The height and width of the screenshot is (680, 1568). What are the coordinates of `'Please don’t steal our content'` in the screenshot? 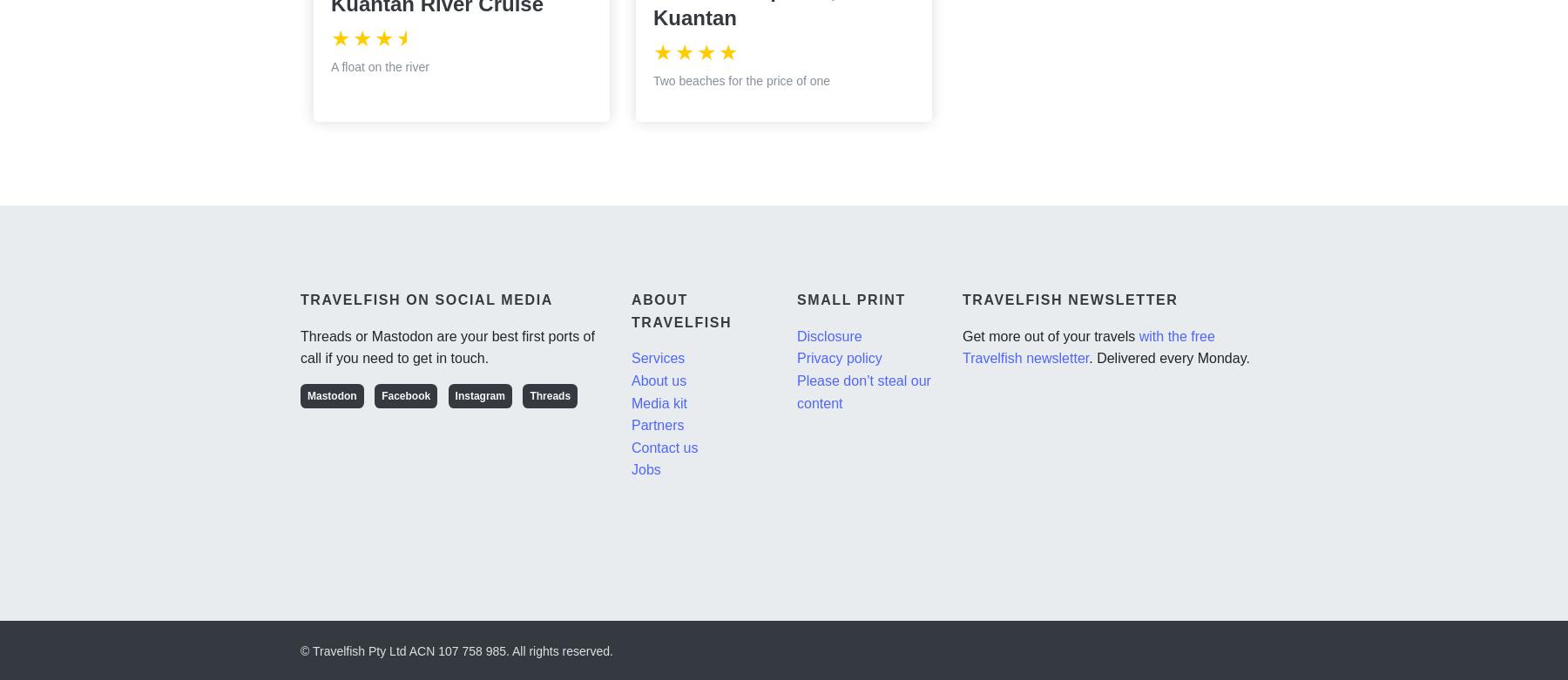 It's located at (862, 390).